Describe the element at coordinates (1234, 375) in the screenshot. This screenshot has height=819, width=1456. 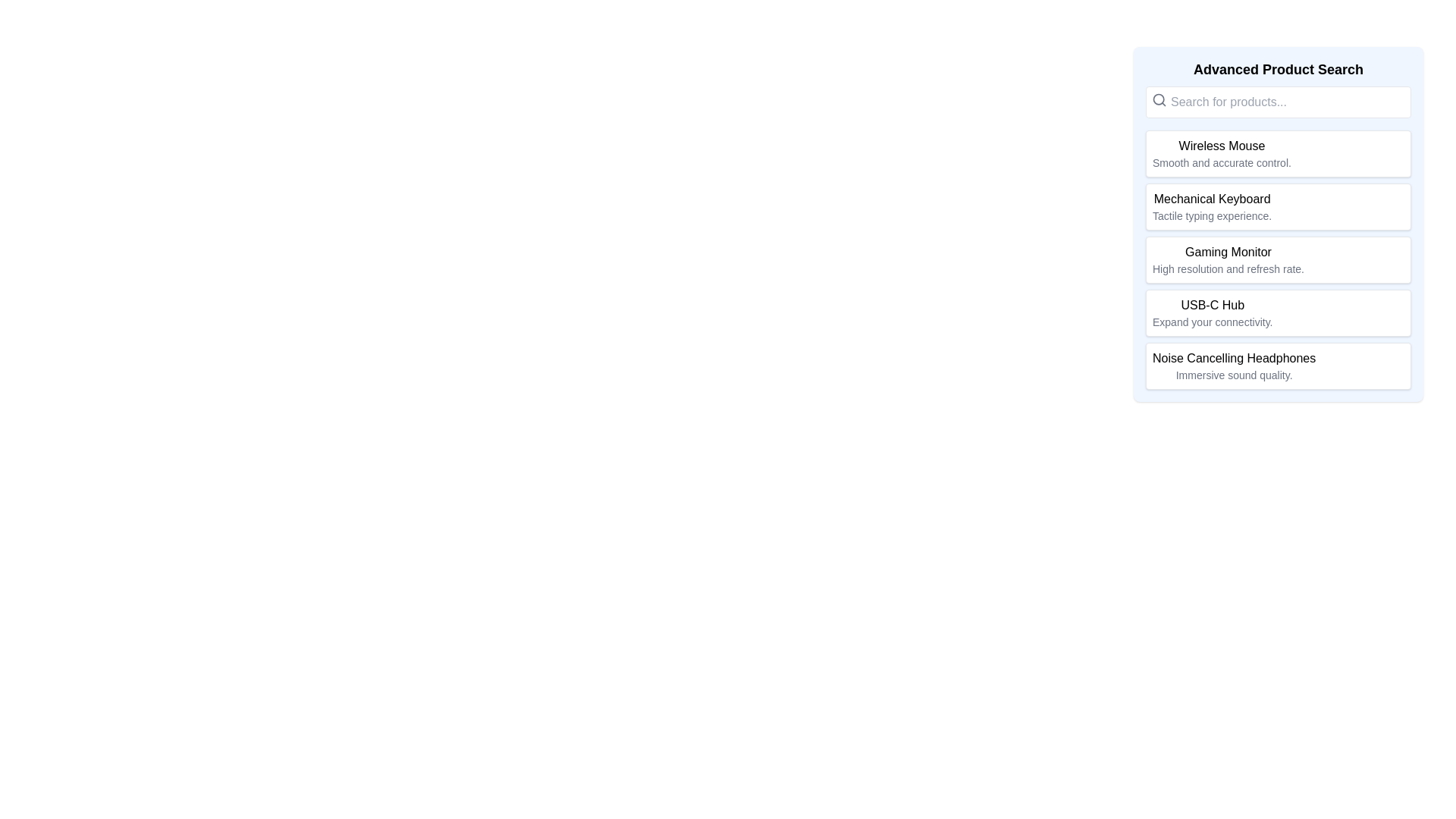
I see `the informational Text Label that provides additional details about 'Noise Cancelling Headphones', located below its title in the product card` at that location.